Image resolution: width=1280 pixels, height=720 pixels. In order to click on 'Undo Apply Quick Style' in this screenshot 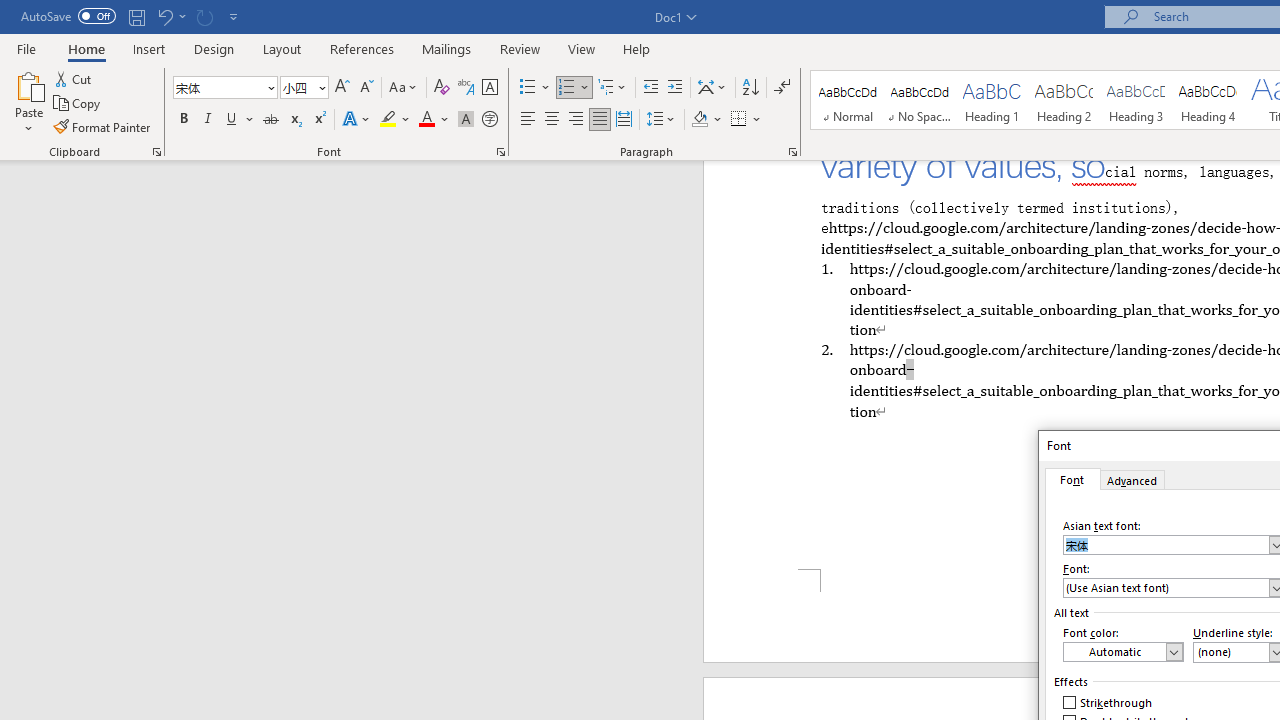, I will do `click(164, 16)`.